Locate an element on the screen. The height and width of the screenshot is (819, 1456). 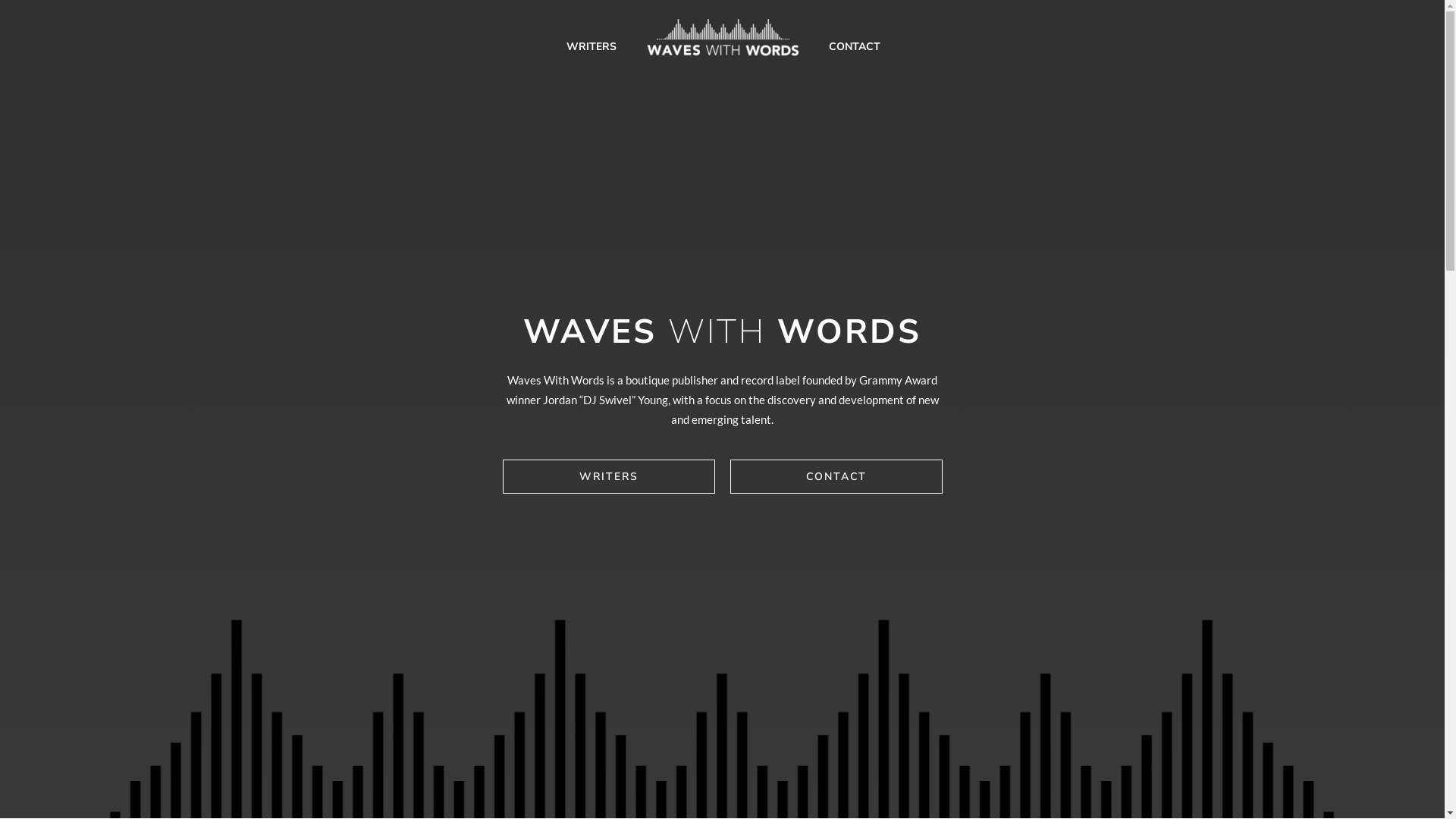
'CONTACT' is located at coordinates (854, 37).